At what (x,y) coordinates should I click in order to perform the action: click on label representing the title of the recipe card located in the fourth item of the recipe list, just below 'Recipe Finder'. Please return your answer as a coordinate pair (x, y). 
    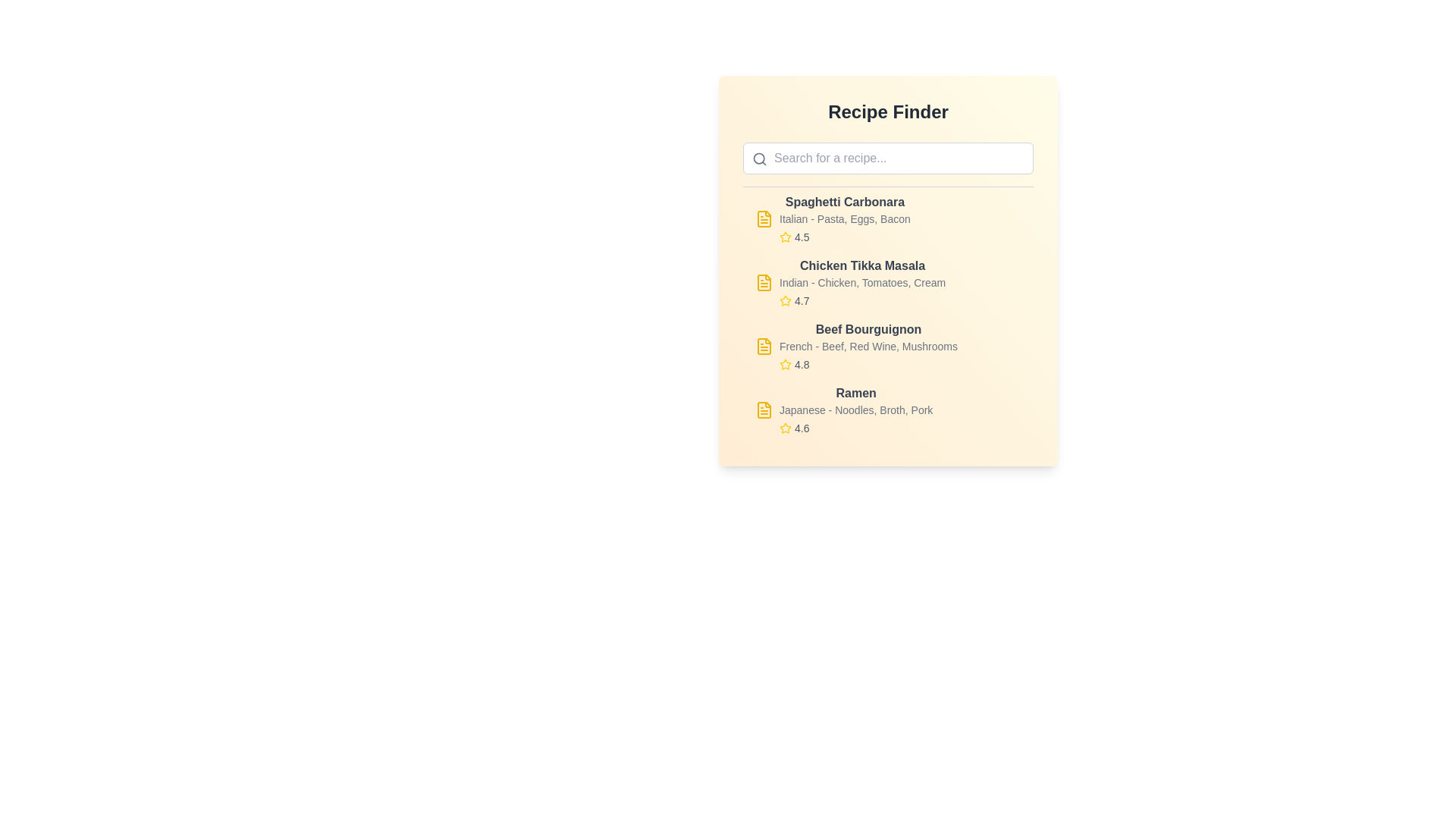
    Looking at the image, I should click on (856, 393).